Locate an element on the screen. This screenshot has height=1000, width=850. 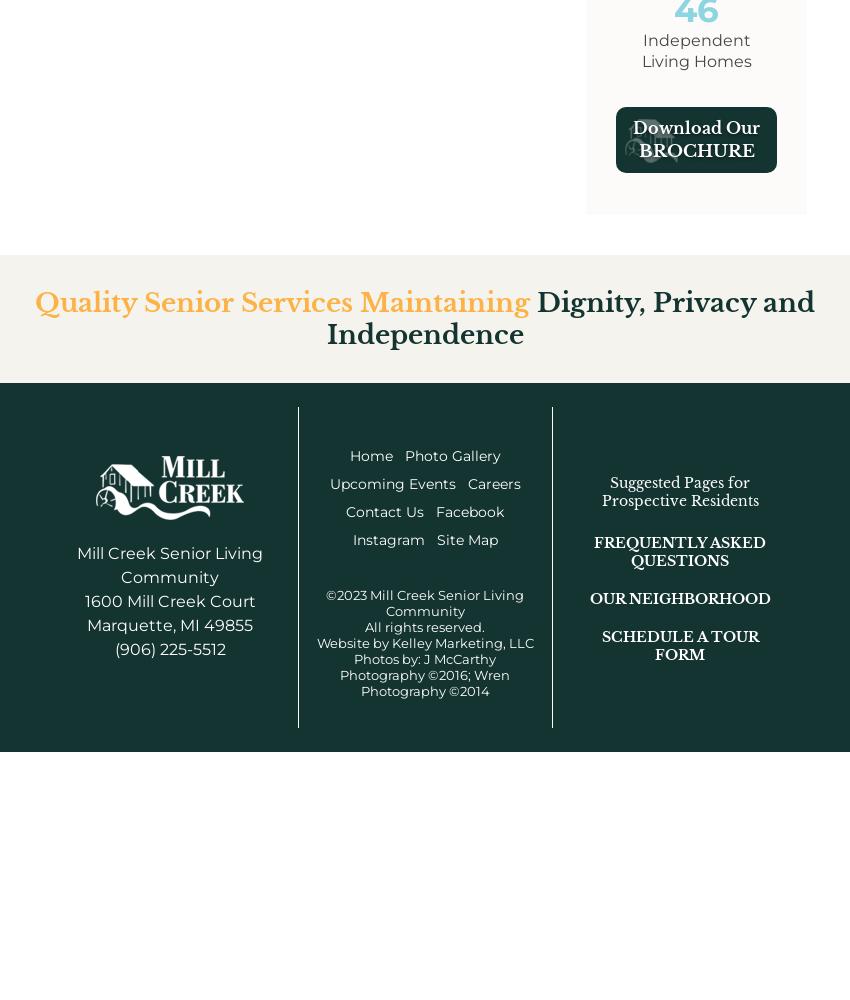
'Marquette, MI 49855' is located at coordinates (170, 625).